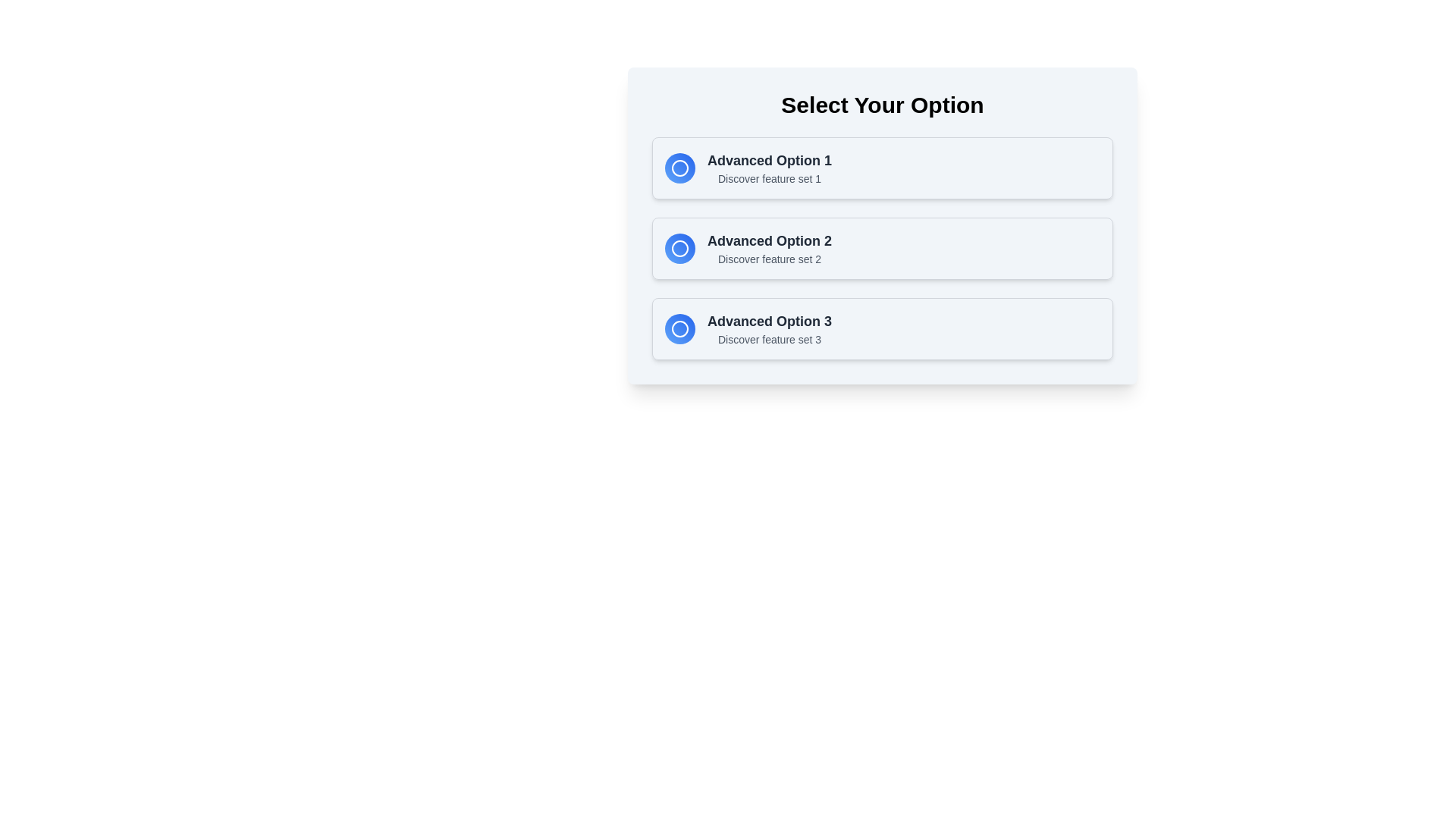  I want to click on the blue circular icon with a white border located next to the label 'Advanced Option 2', so click(679, 247).